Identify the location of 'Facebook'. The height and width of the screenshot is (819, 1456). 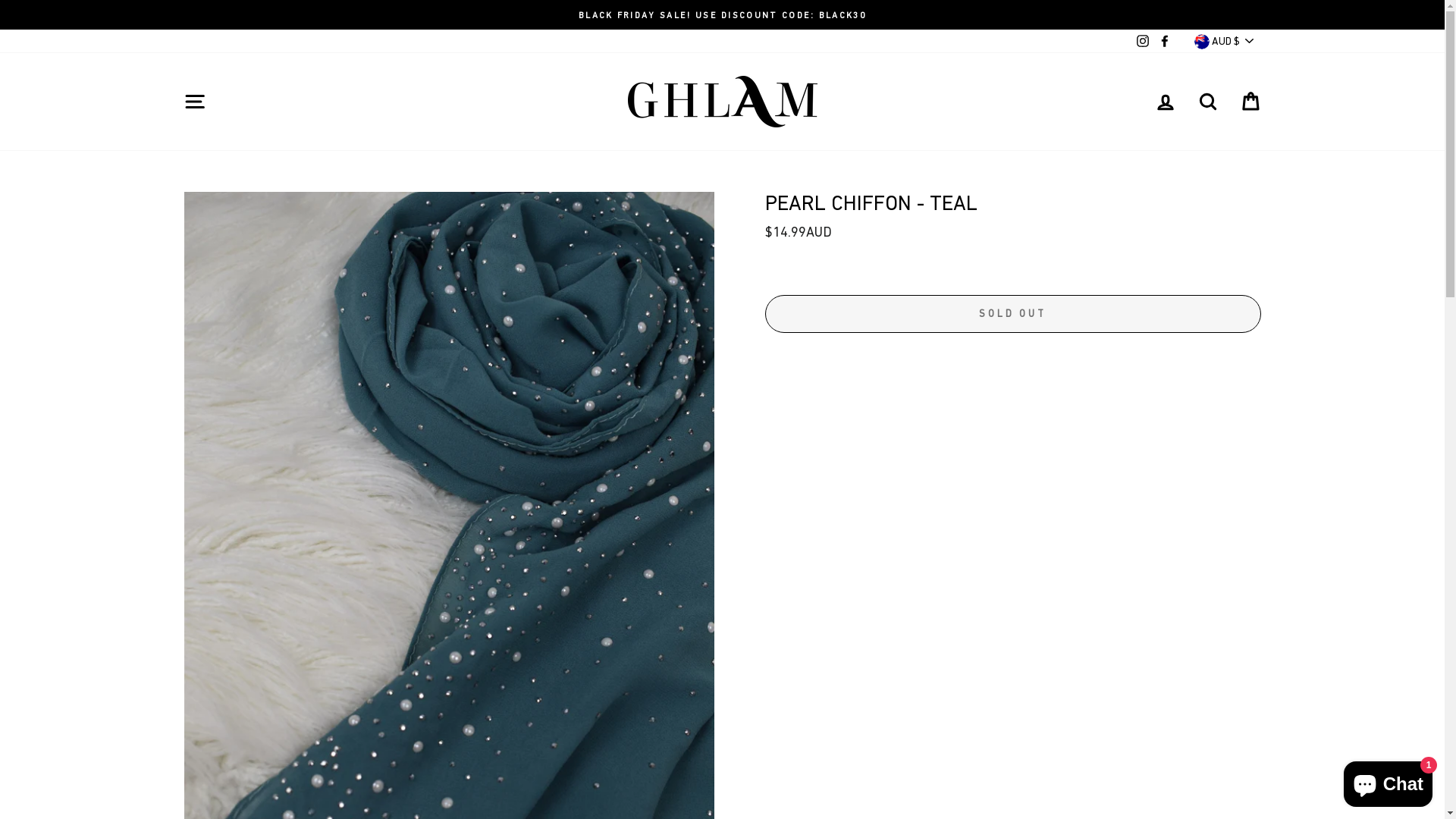
(1163, 40).